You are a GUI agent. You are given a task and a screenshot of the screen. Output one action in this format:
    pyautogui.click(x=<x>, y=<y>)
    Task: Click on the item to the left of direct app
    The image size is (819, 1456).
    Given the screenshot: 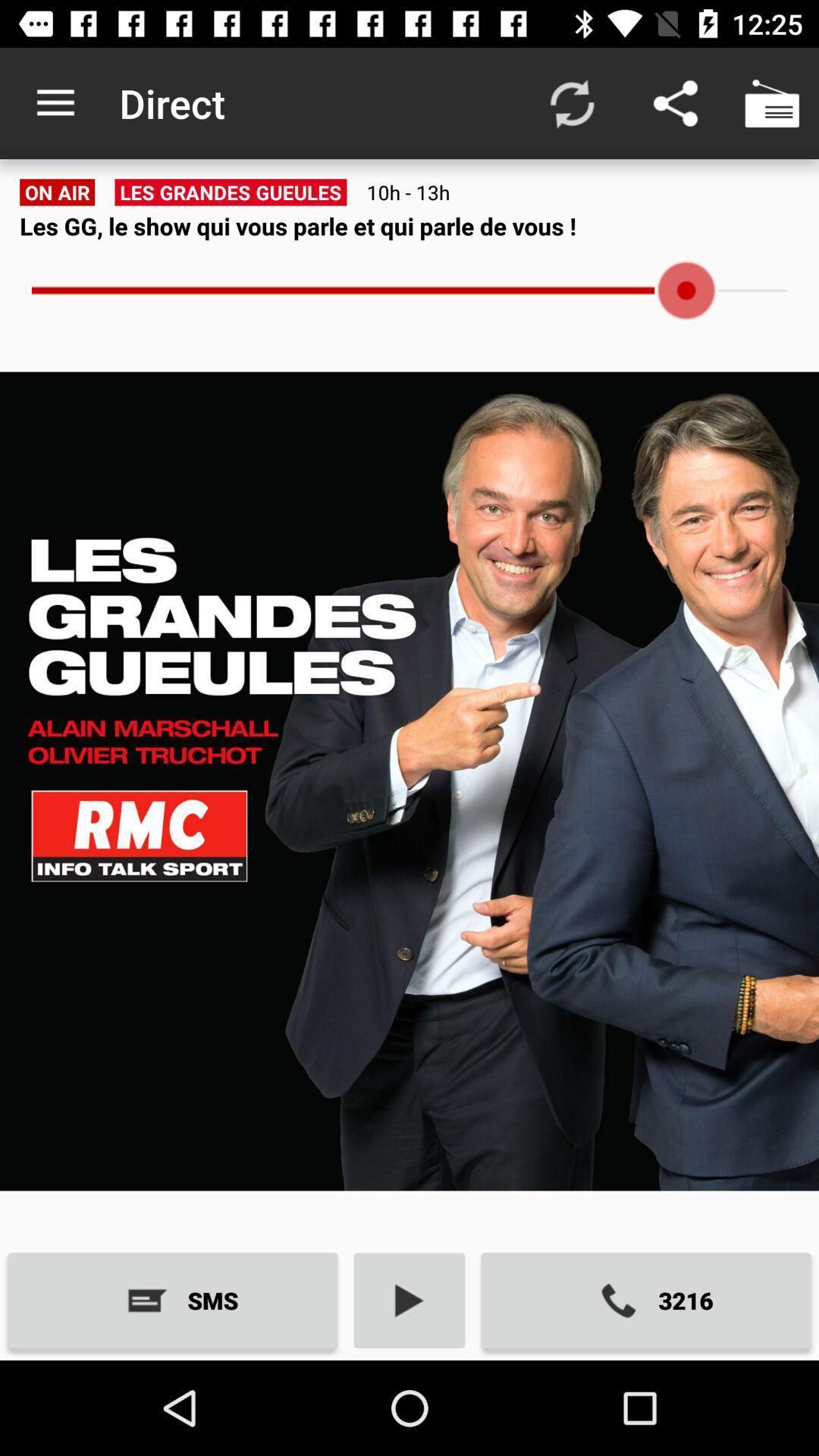 What is the action you would take?
    pyautogui.click(x=55, y=102)
    